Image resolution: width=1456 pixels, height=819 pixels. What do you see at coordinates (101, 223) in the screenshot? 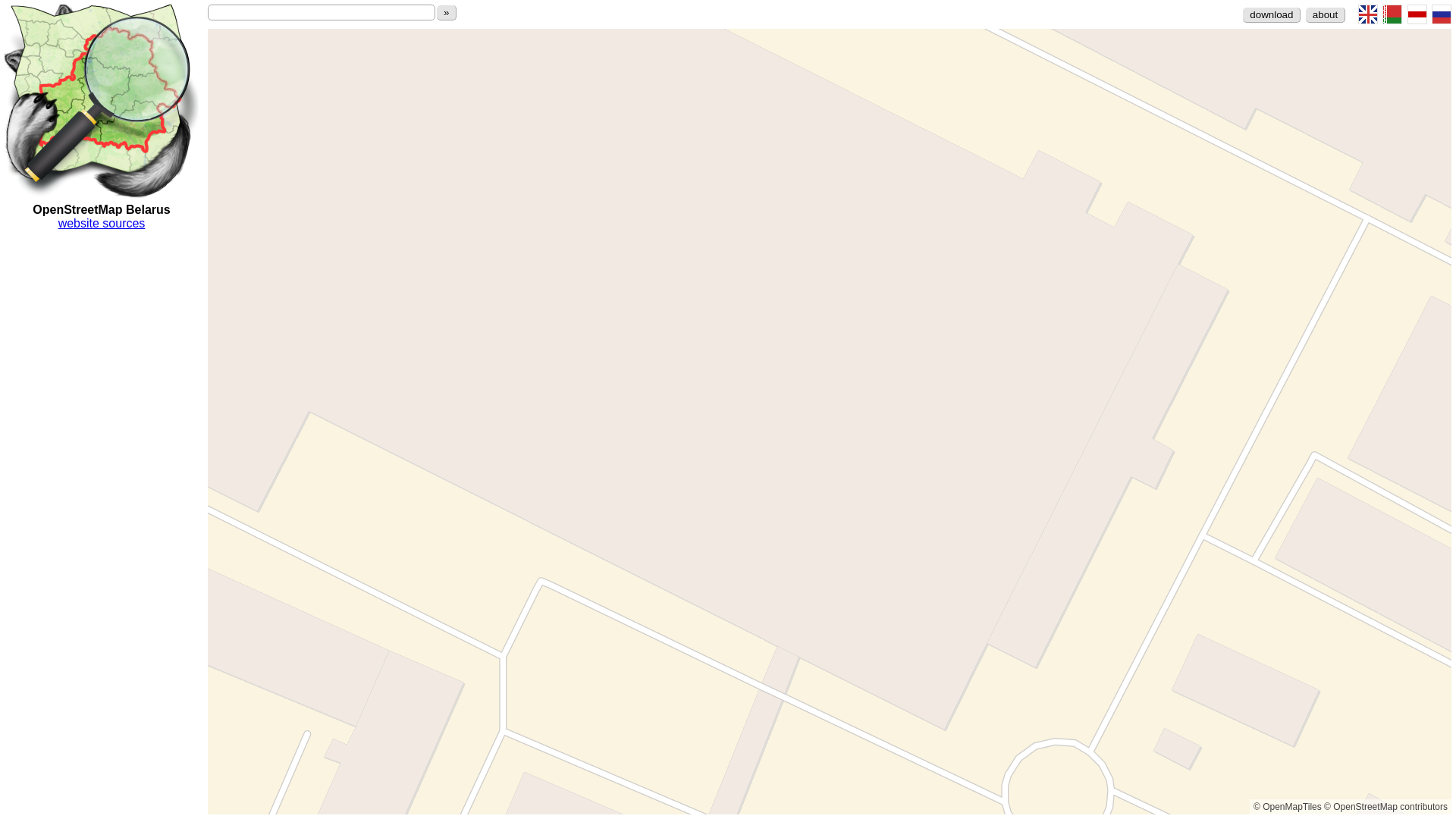
I see `'website sources'` at bounding box center [101, 223].